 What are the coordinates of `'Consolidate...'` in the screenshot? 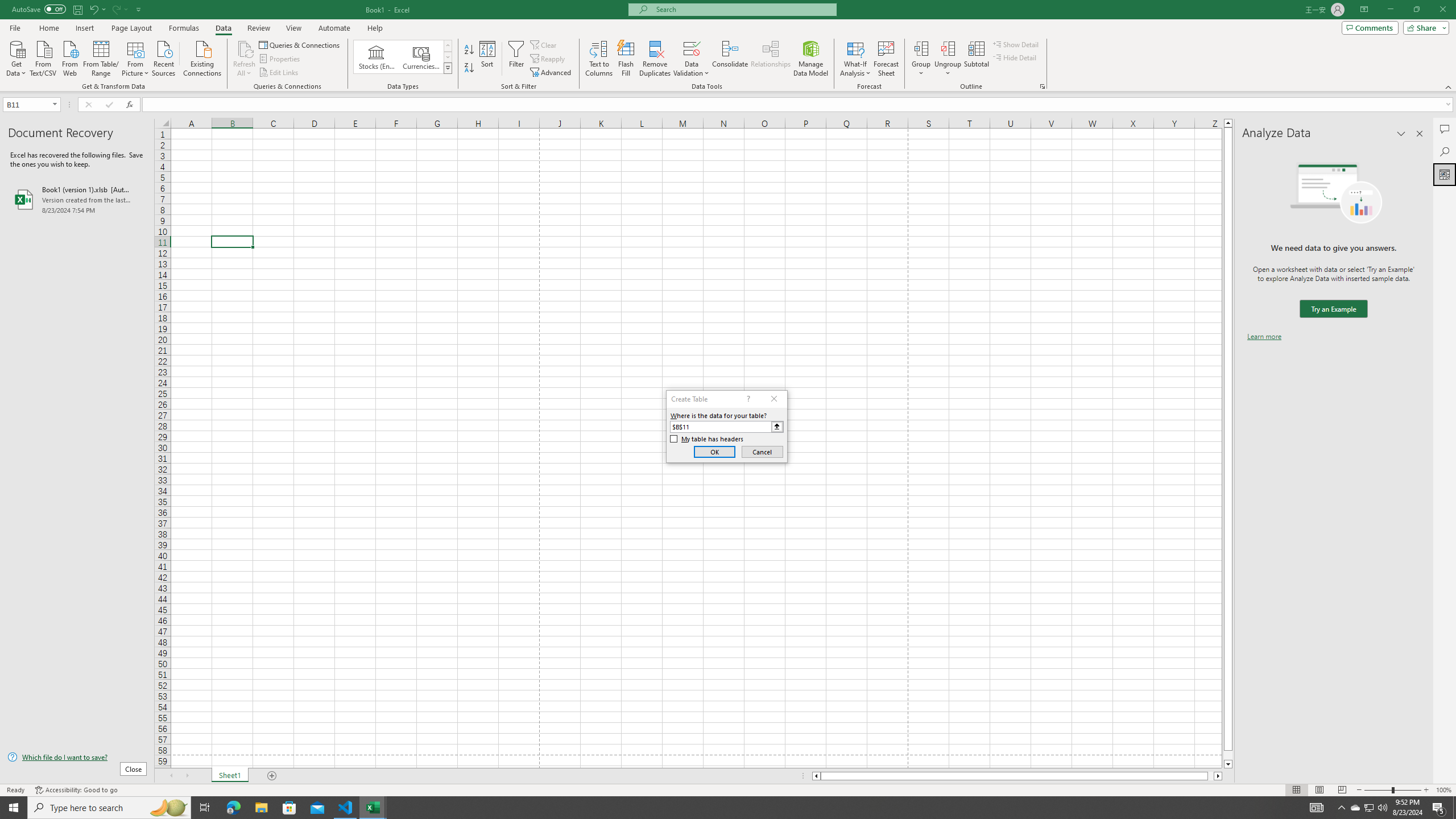 It's located at (730, 59).